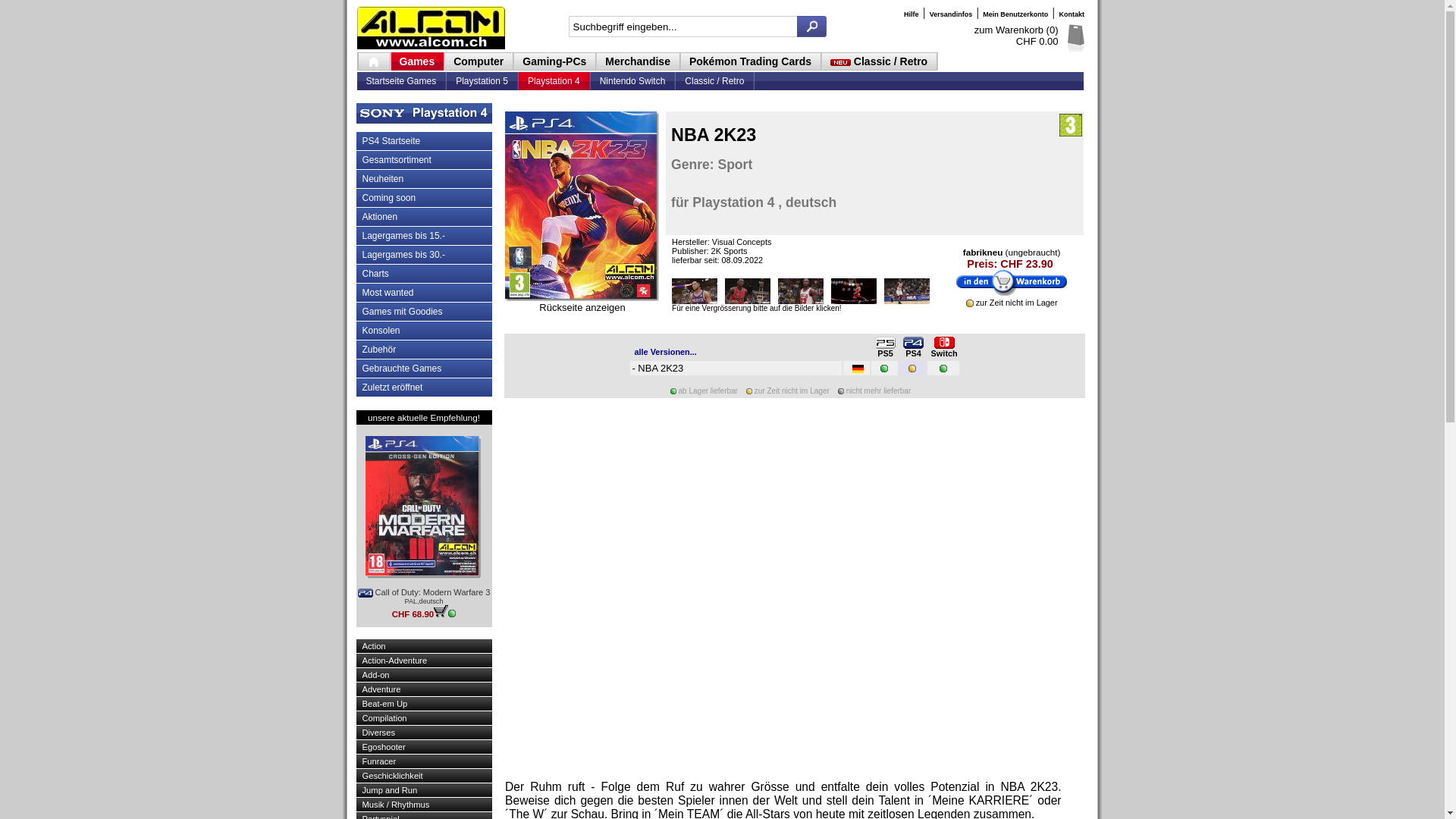 This screenshot has height=819, width=1456. I want to click on 'Adventure', so click(424, 689).